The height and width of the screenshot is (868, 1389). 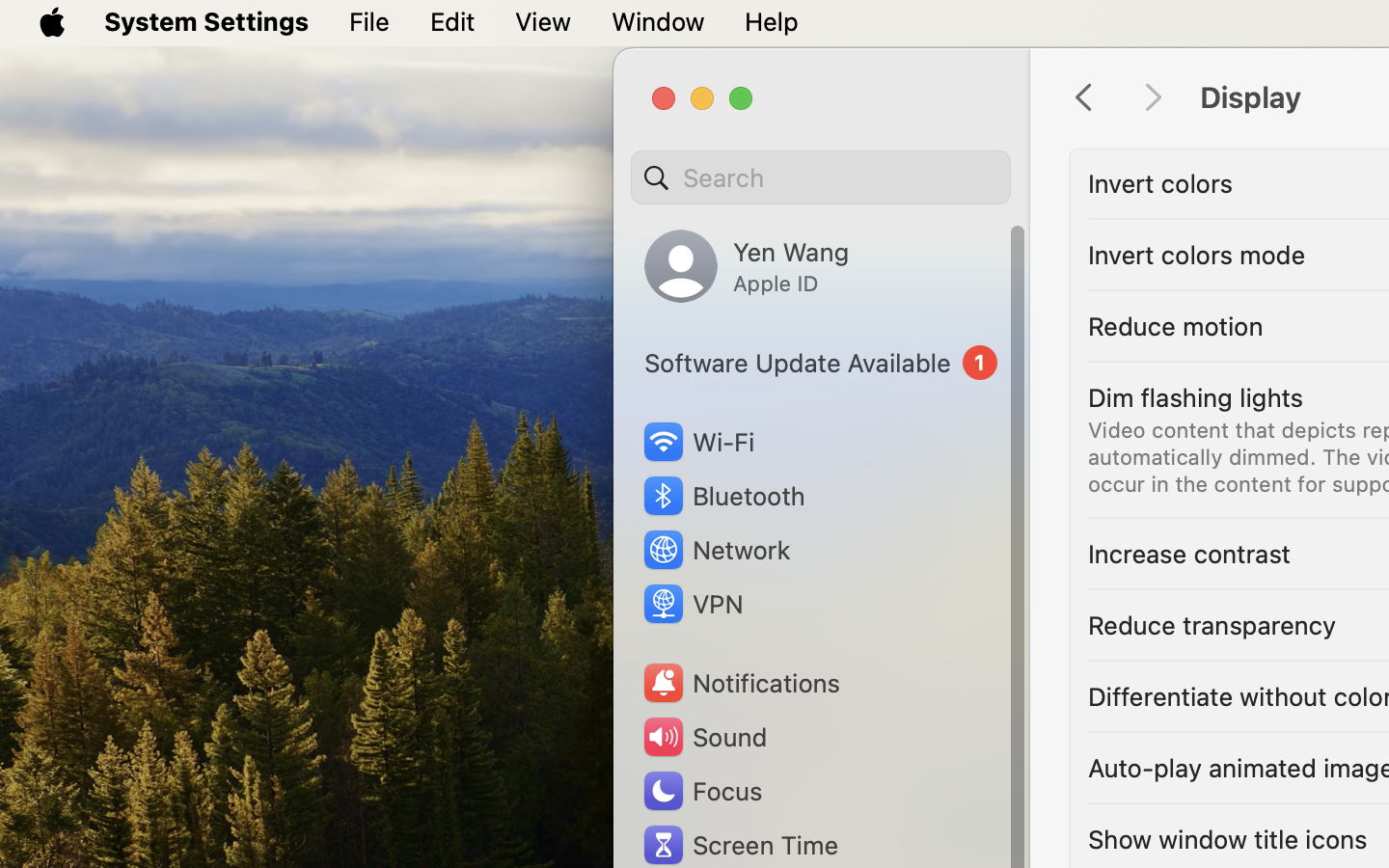 What do you see at coordinates (739, 682) in the screenshot?
I see `'Notifications'` at bounding box center [739, 682].